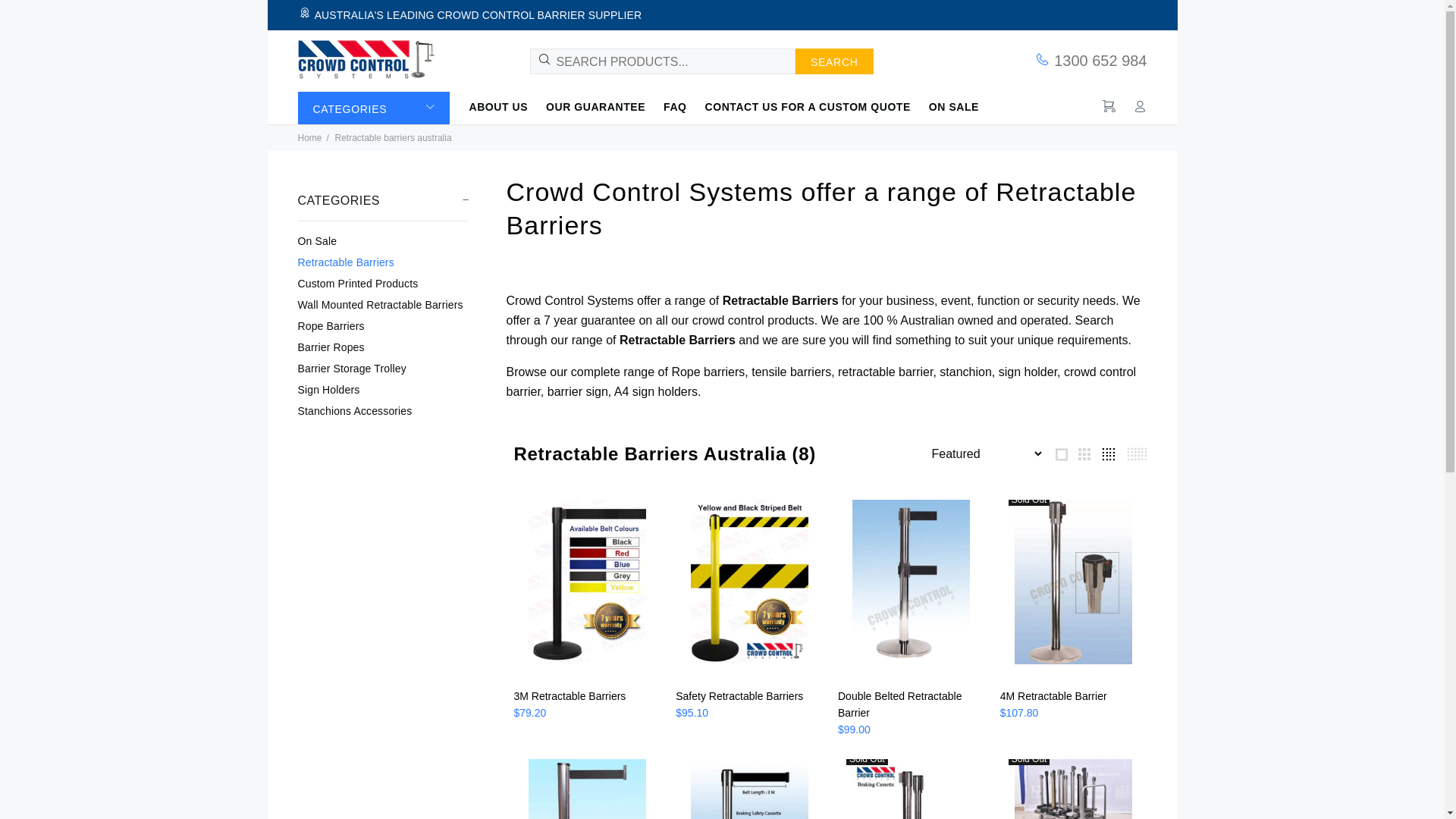  Describe the element at coordinates (899, 704) in the screenshot. I see `'Double Belted Retractable Barrier'` at that location.